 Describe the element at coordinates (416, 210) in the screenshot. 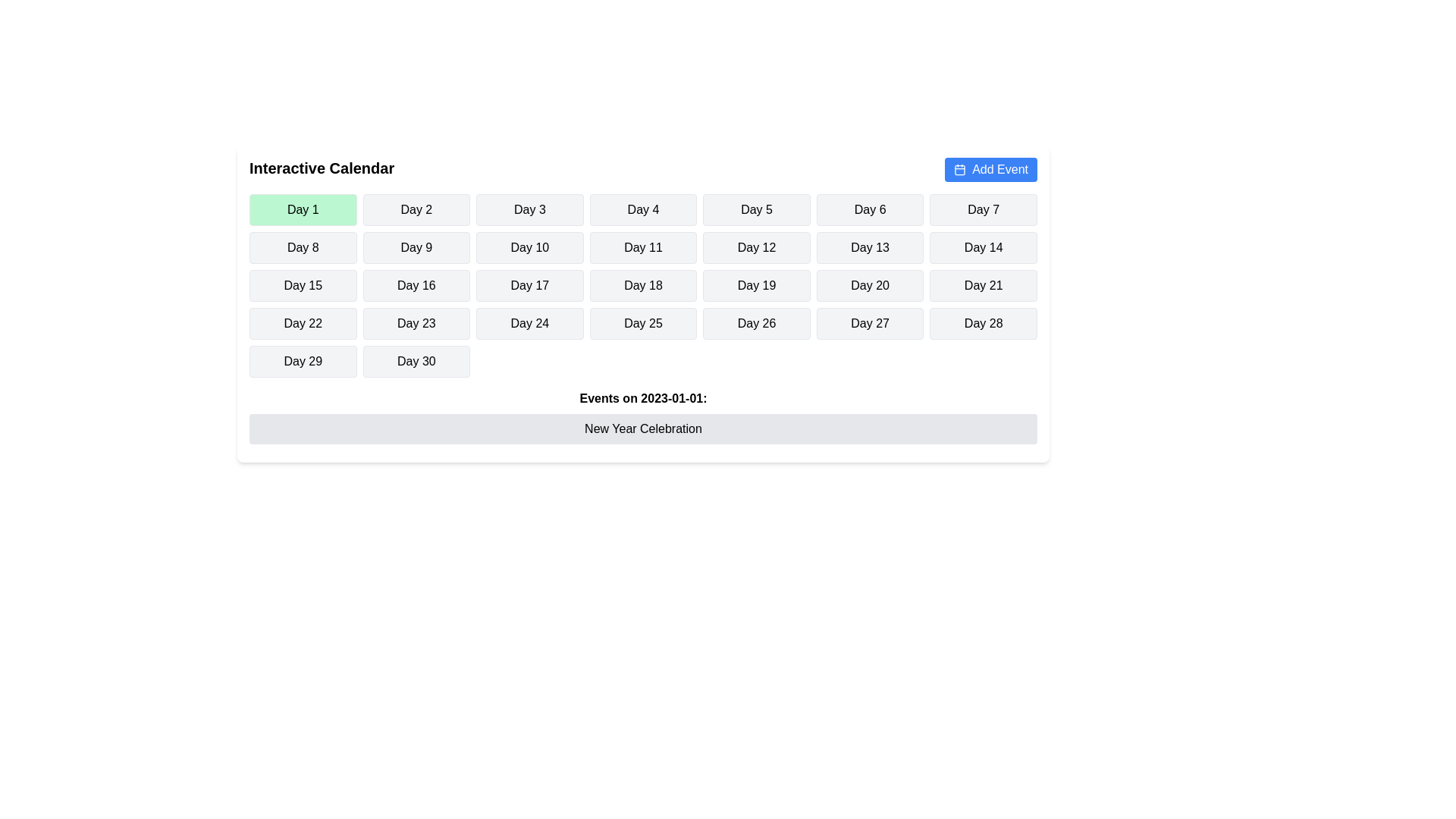

I see `the second day button in the calendar grid` at that location.